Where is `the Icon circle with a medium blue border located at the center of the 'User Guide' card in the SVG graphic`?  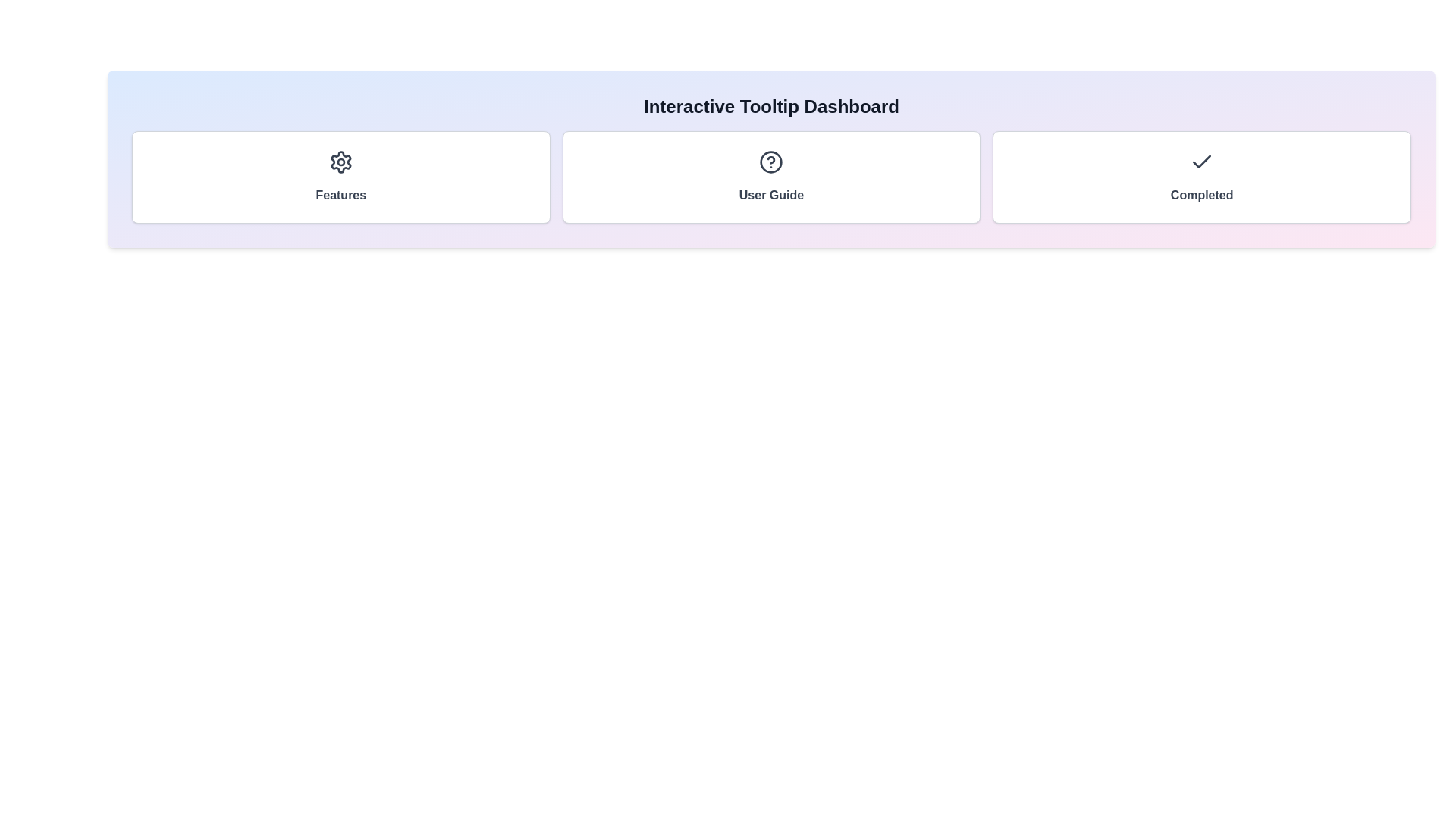 the Icon circle with a medium blue border located at the center of the 'User Guide' card in the SVG graphic is located at coordinates (771, 162).